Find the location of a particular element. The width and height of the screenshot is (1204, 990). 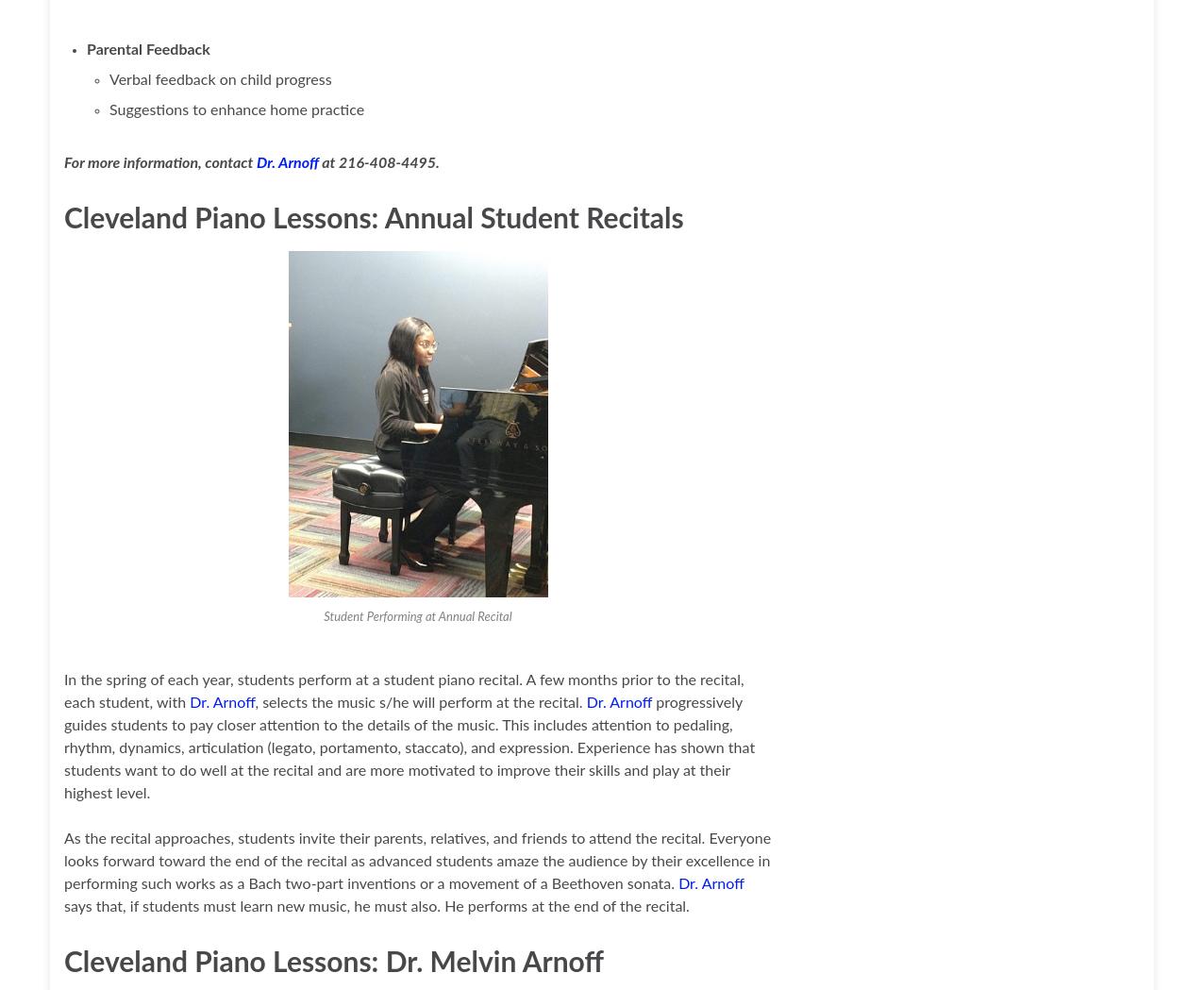

'says that, if students must learn new music, he must also.  He performs at the end of the recital.' is located at coordinates (376, 906).